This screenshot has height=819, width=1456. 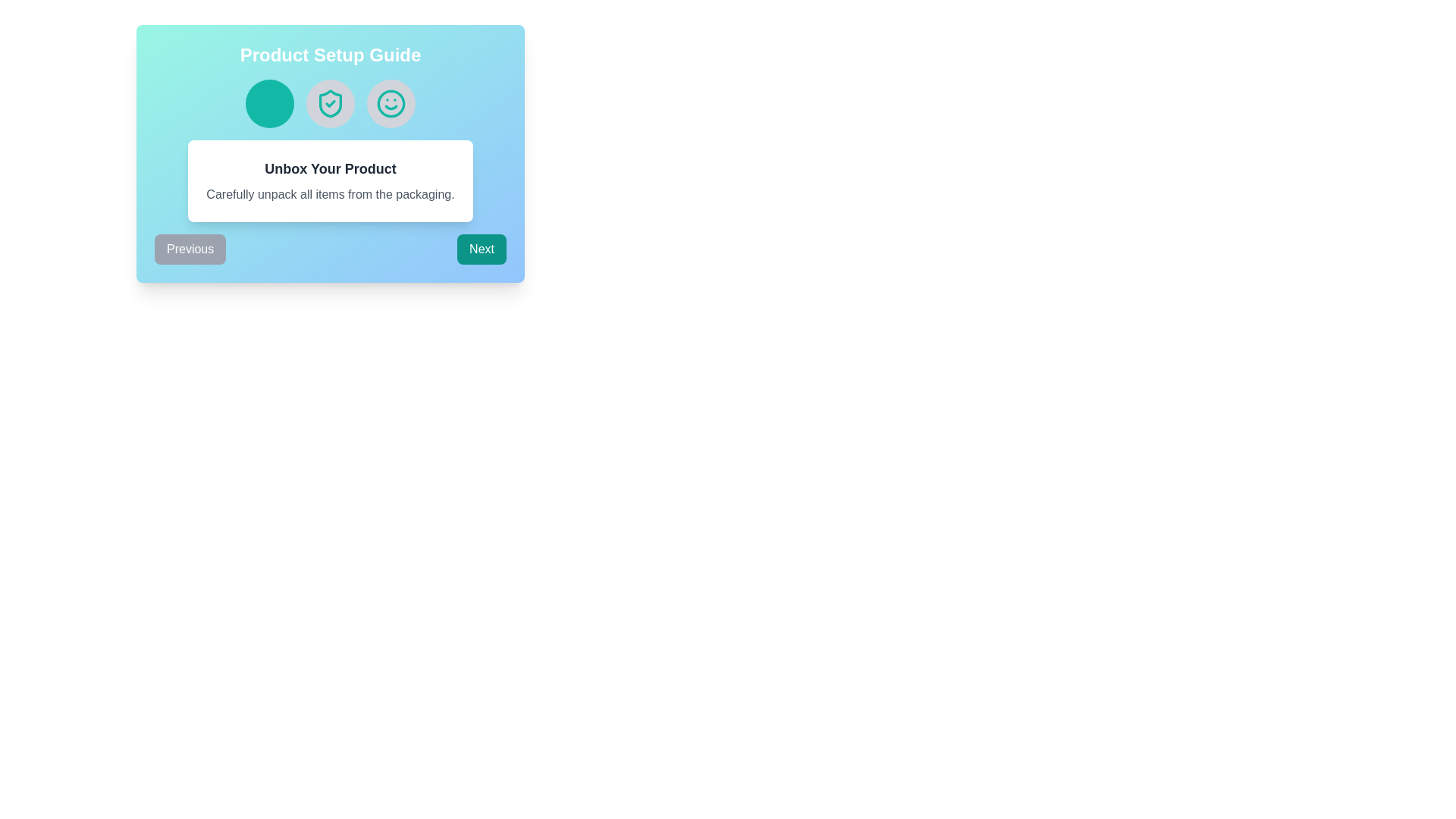 What do you see at coordinates (330, 55) in the screenshot?
I see `the static text label that serves as a header, located at the top-center of a rectangular card with rounded corners and a gradient background` at bounding box center [330, 55].